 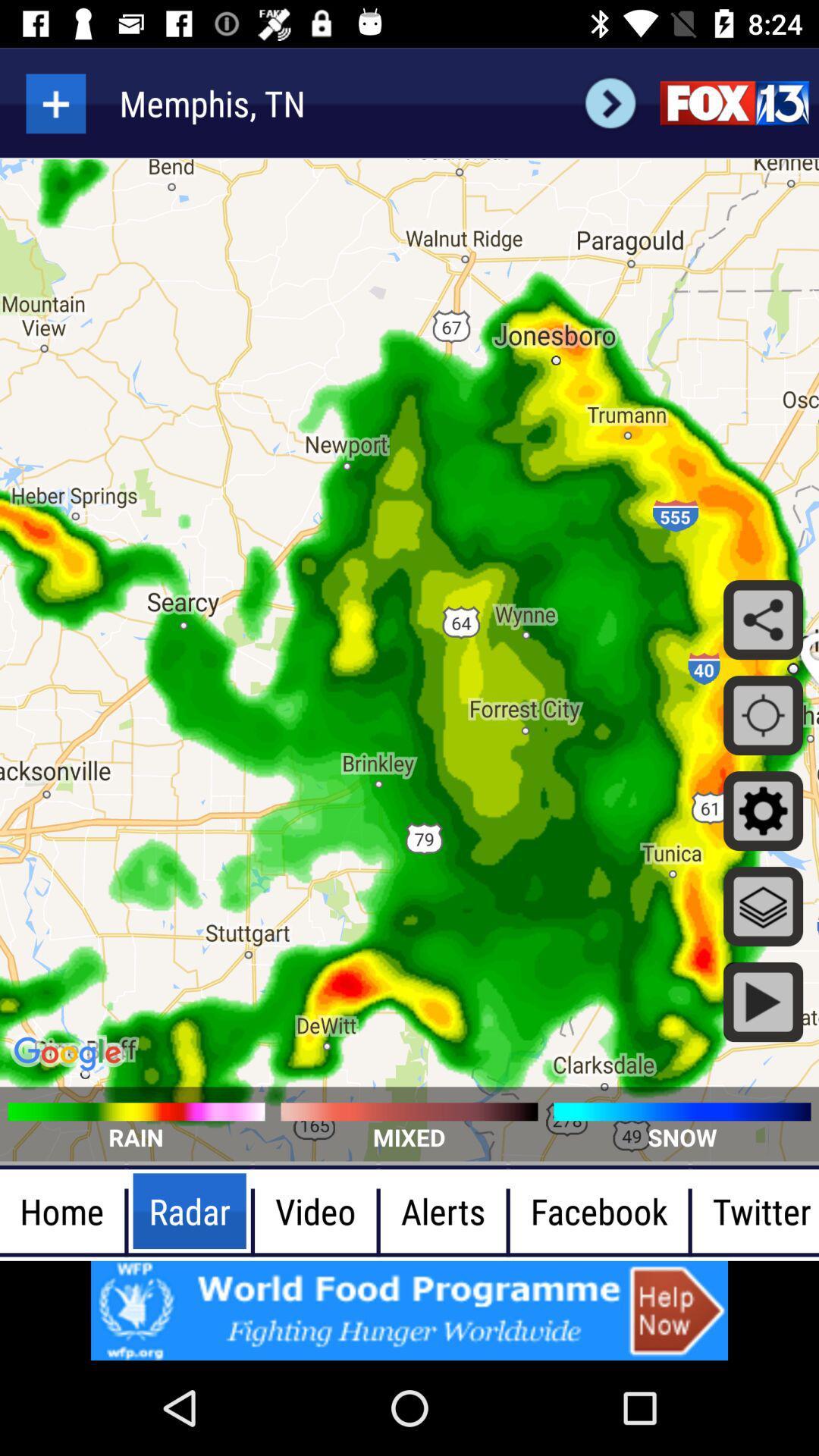 What do you see at coordinates (55, 102) in the screenshot?
I see `the add icon` at bounding box center [55, 102].